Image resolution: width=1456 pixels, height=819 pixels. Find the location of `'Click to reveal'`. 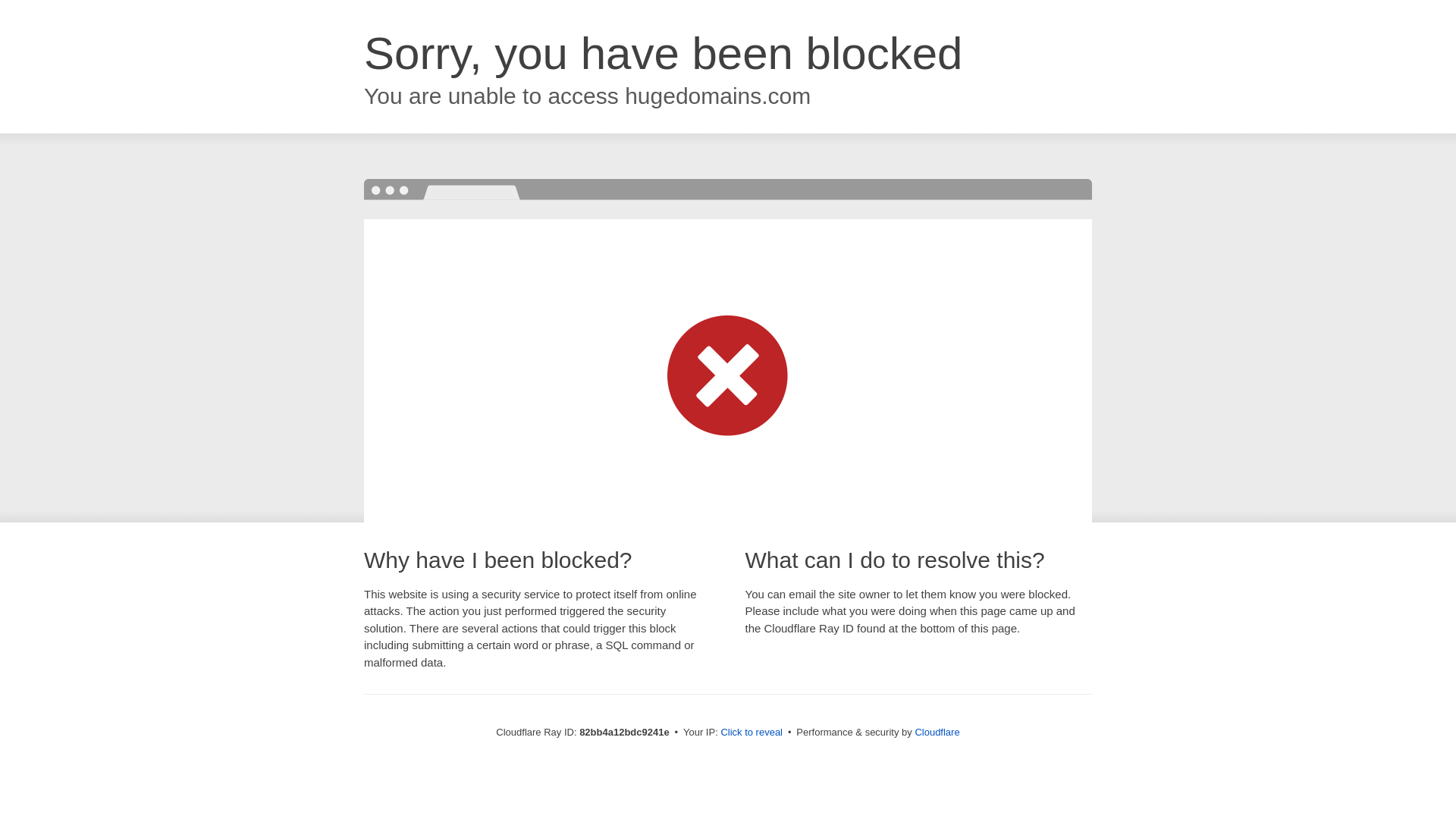

'Click to reveal' is located at coordinates (720, 731).